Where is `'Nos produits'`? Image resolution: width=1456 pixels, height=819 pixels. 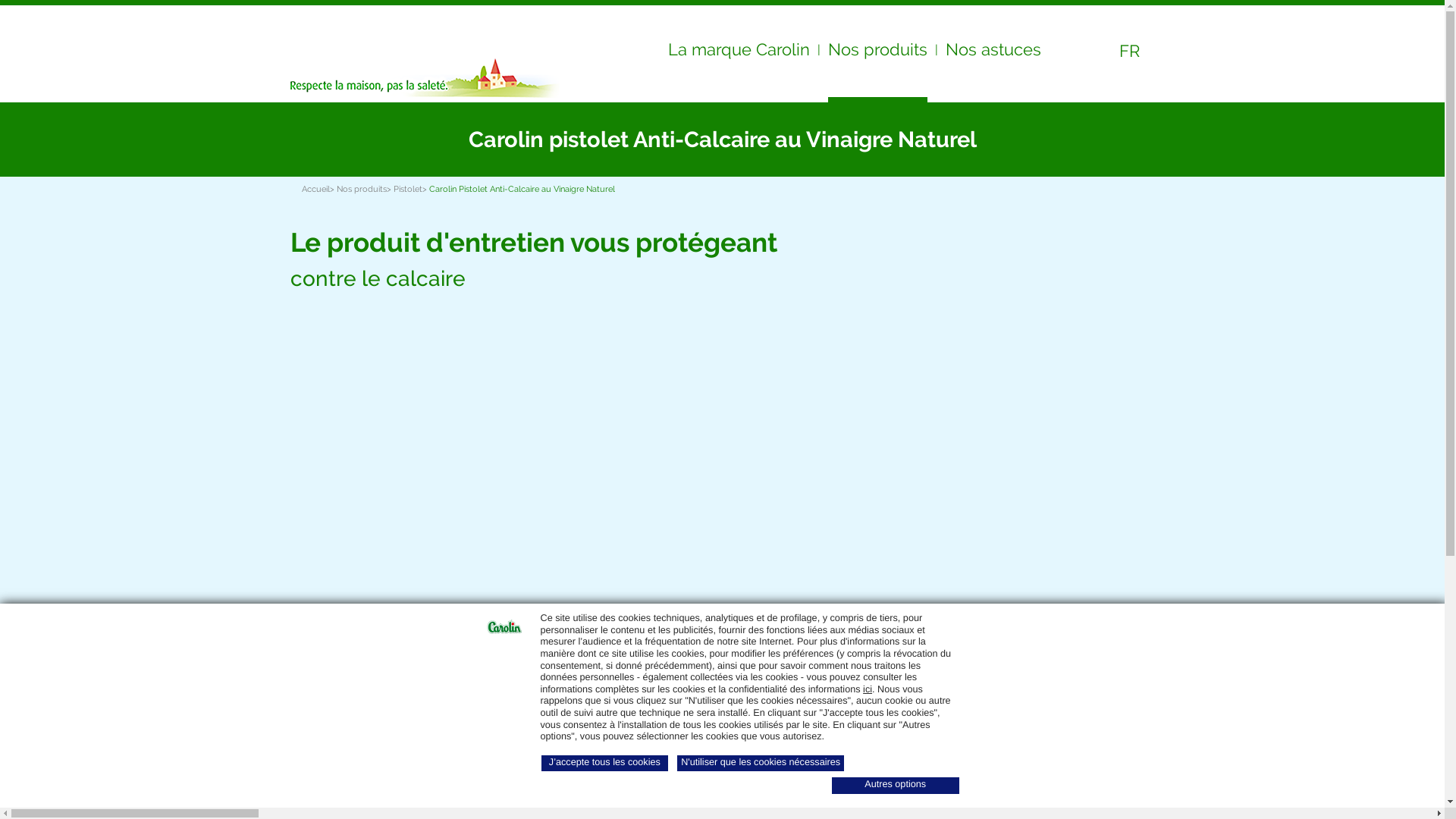
'Nos produits' is located at coordinates (877, 55).